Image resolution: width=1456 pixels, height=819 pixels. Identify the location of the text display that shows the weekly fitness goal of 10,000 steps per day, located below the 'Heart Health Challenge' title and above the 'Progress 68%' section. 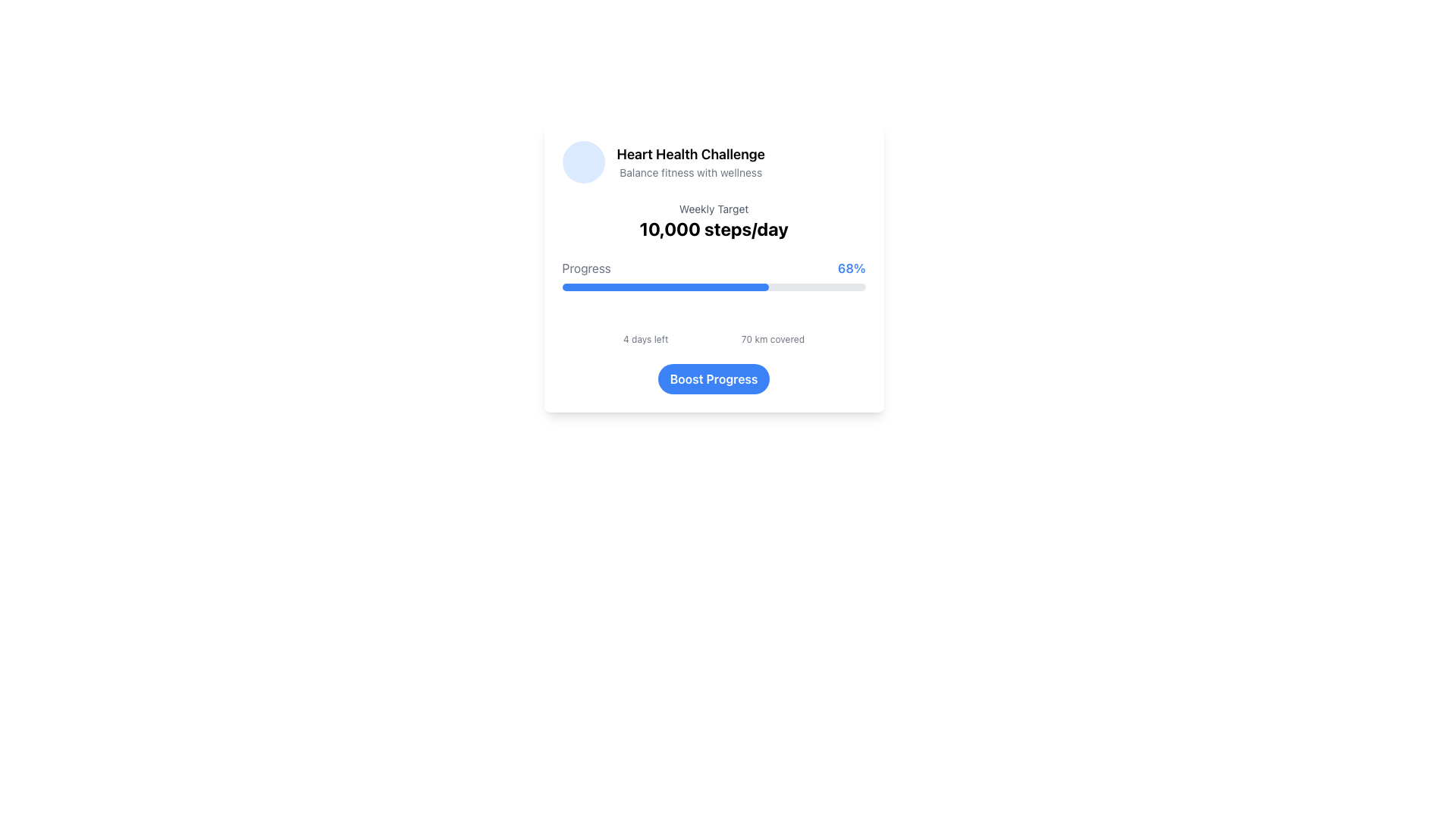
(713, 221).